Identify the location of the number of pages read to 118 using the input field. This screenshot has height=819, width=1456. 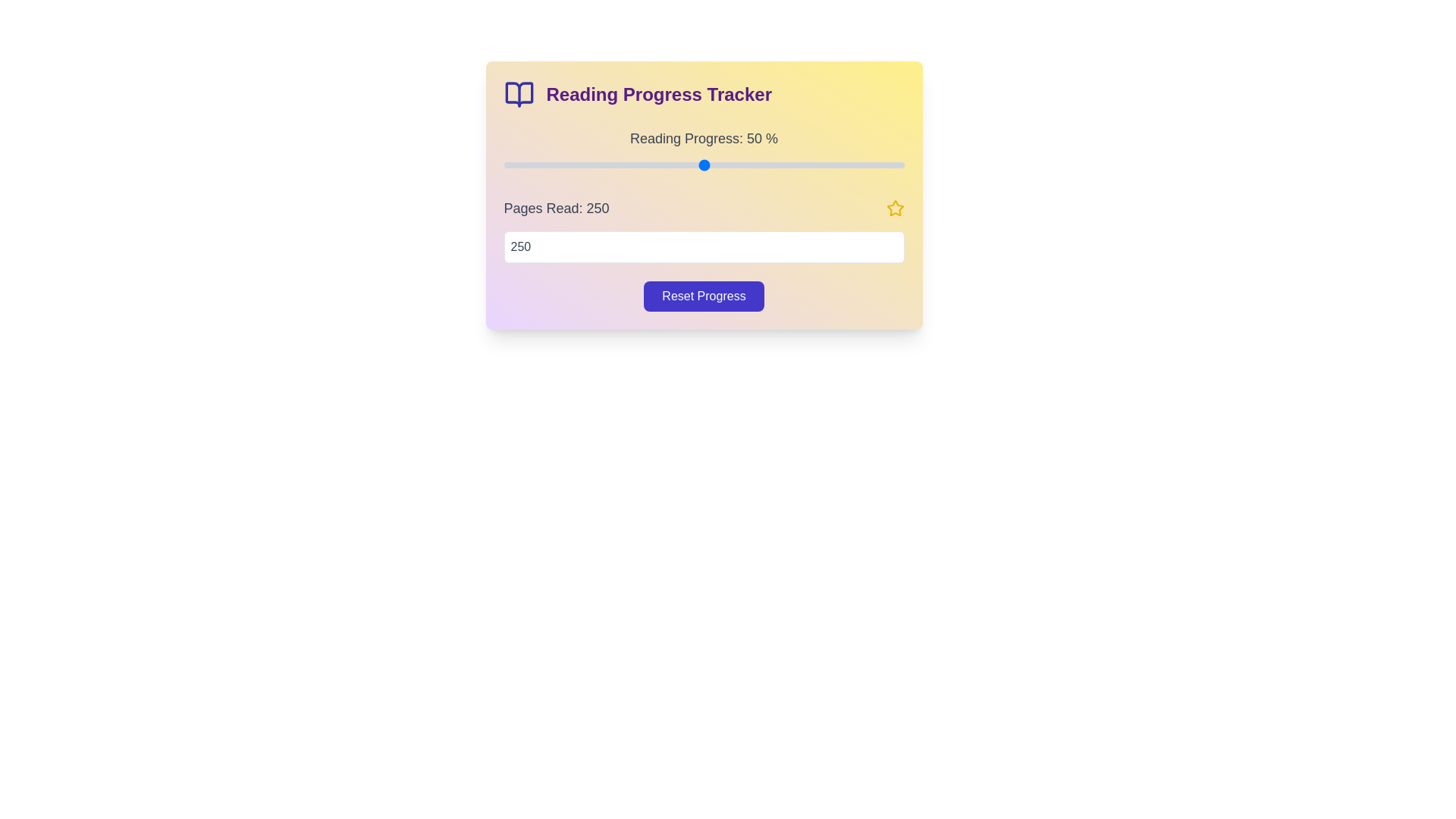
(703, 246).